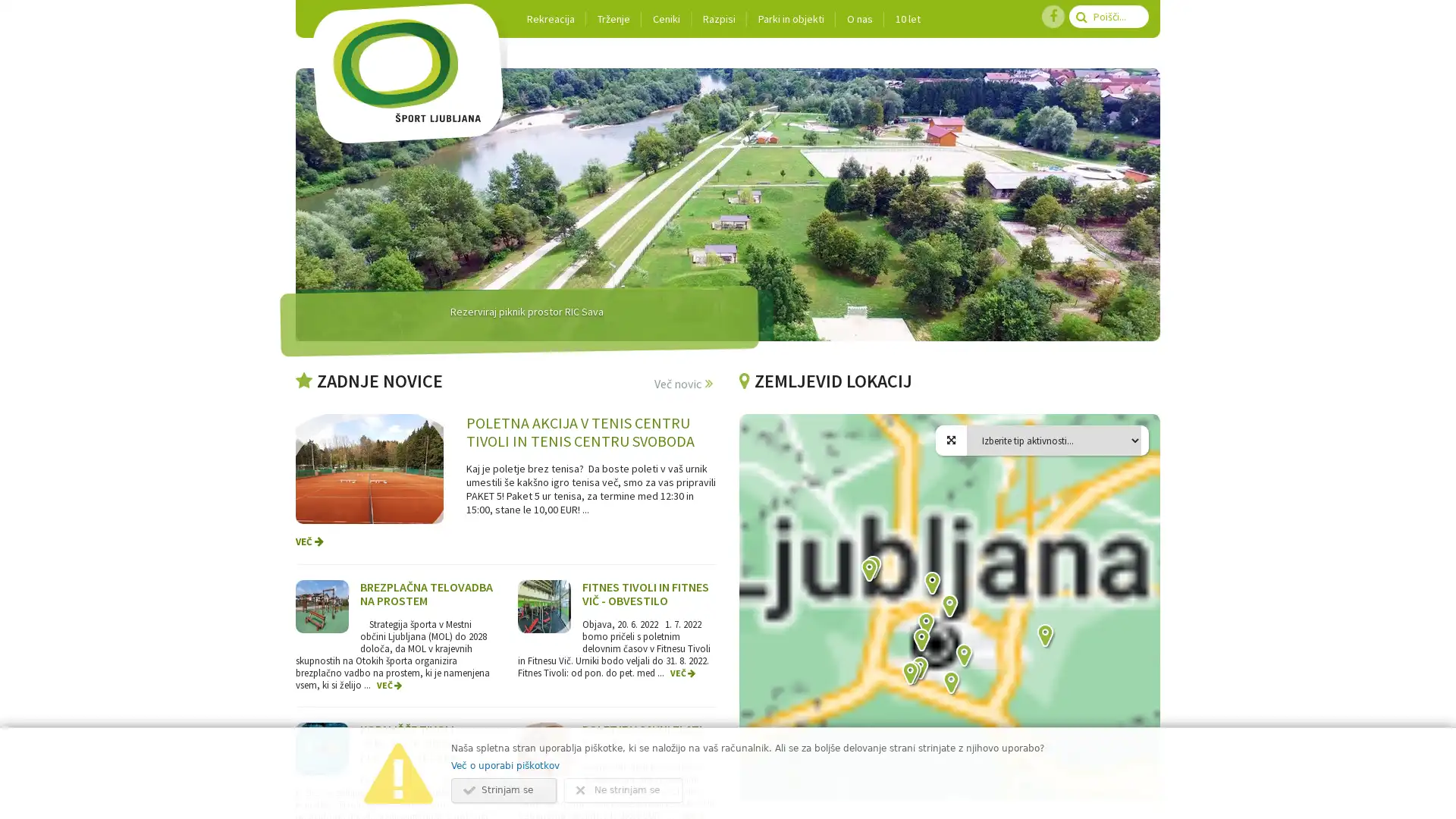  Describe the element at coordinates (948, 607) in the screenshot. I see `Kako do nas?` at that location.